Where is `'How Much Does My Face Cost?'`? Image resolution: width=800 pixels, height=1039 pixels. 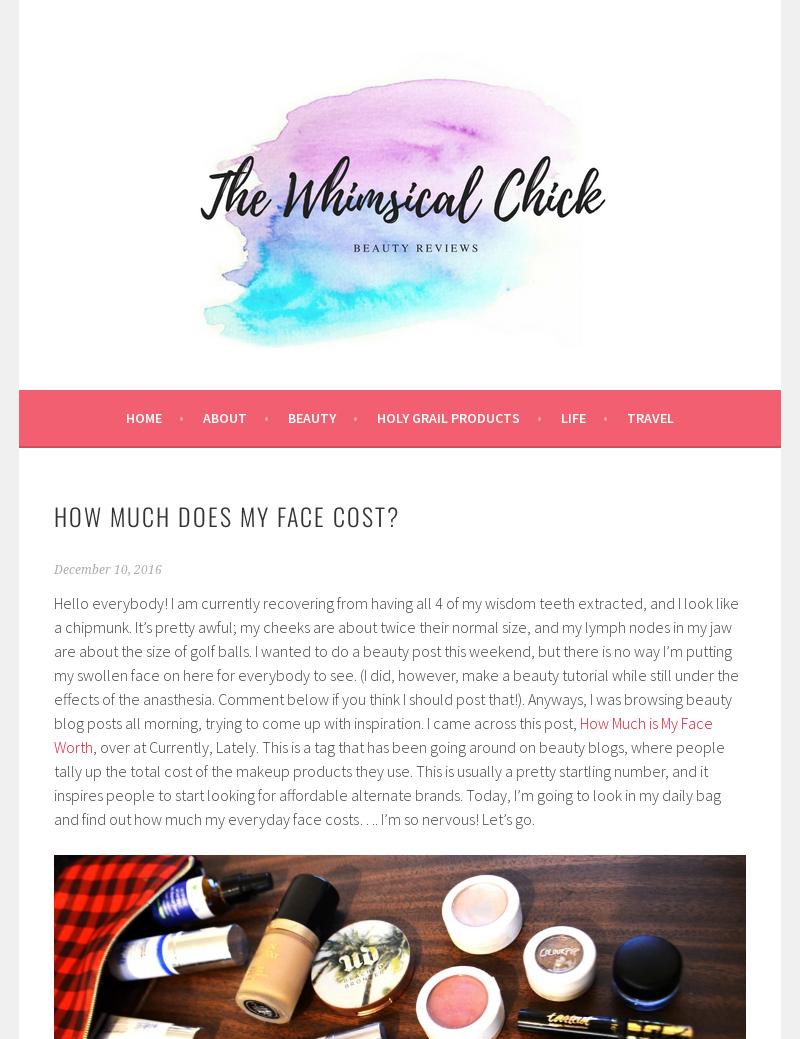
'How Much Does My Face Cost?' is located at coordinates (227, 514).